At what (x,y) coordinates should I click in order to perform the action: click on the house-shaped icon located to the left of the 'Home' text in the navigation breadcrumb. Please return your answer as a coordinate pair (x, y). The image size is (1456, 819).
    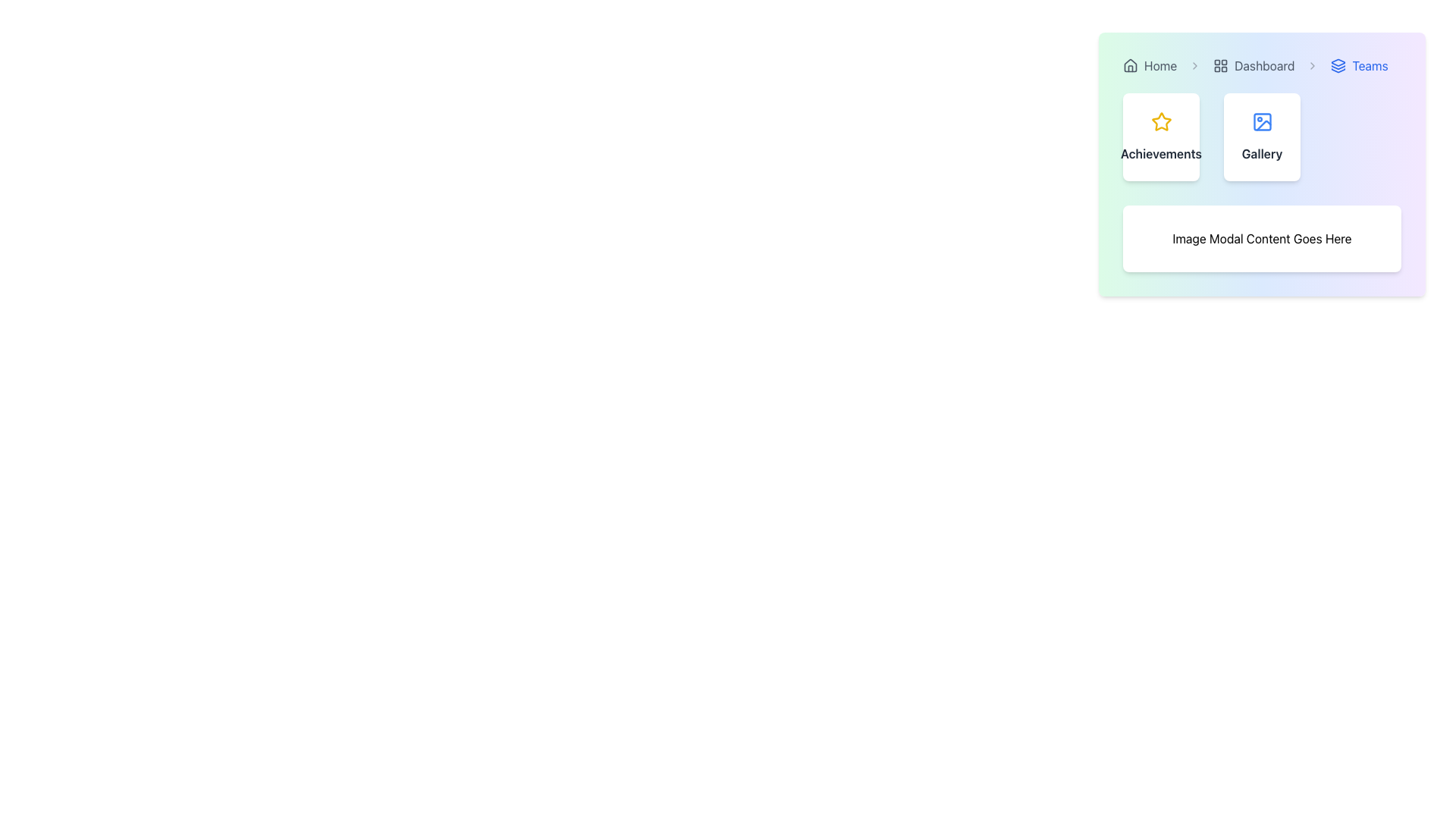
    Looking at the image, I should click on (1131, 65).